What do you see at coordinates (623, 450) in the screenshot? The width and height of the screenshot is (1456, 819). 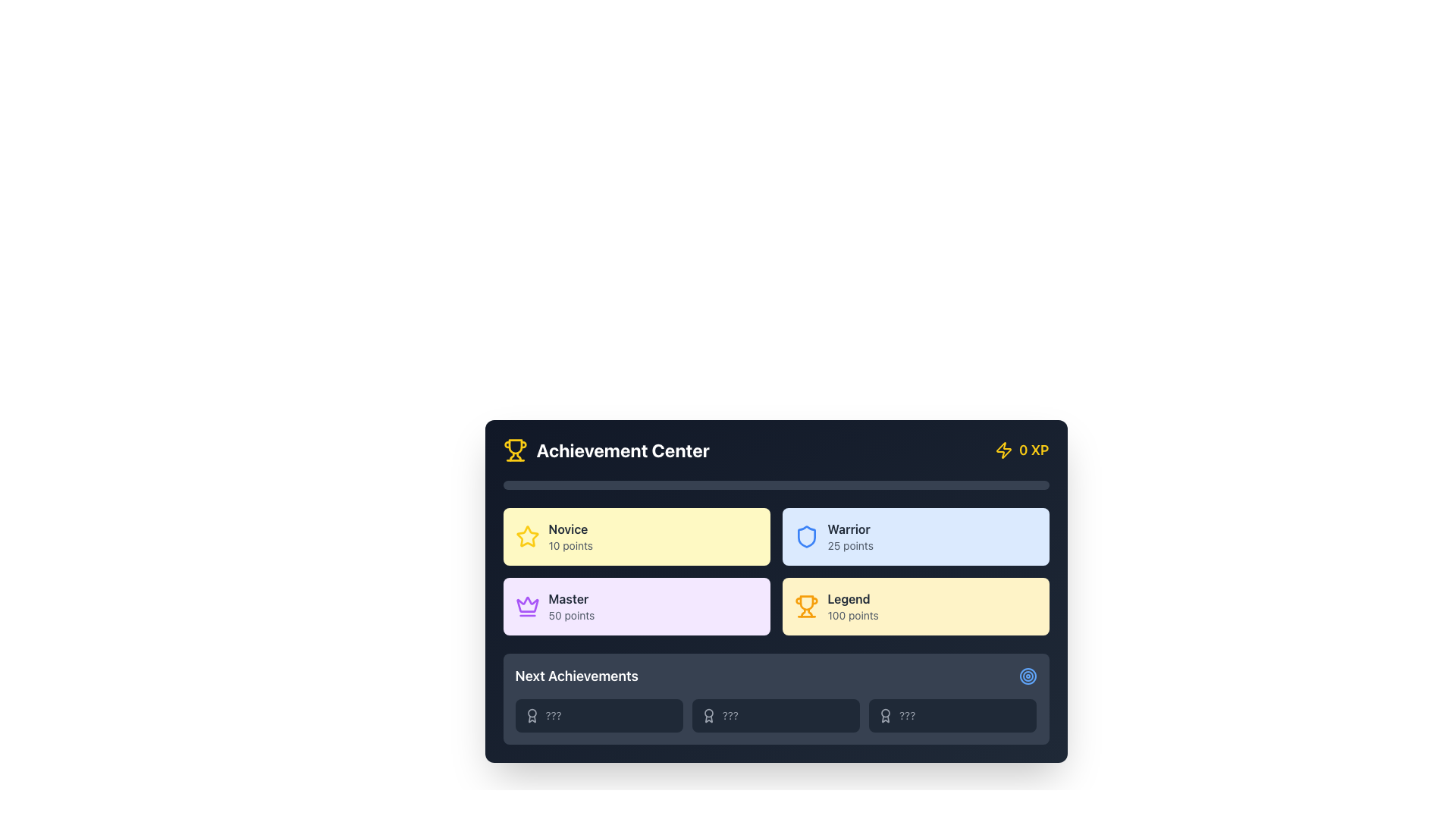 I see `the Text Label indicating the main purpose of the achievements panel, which is located adjacent to a yellow trophy icon in the top section of the panel` at bounding box center [623, 450].